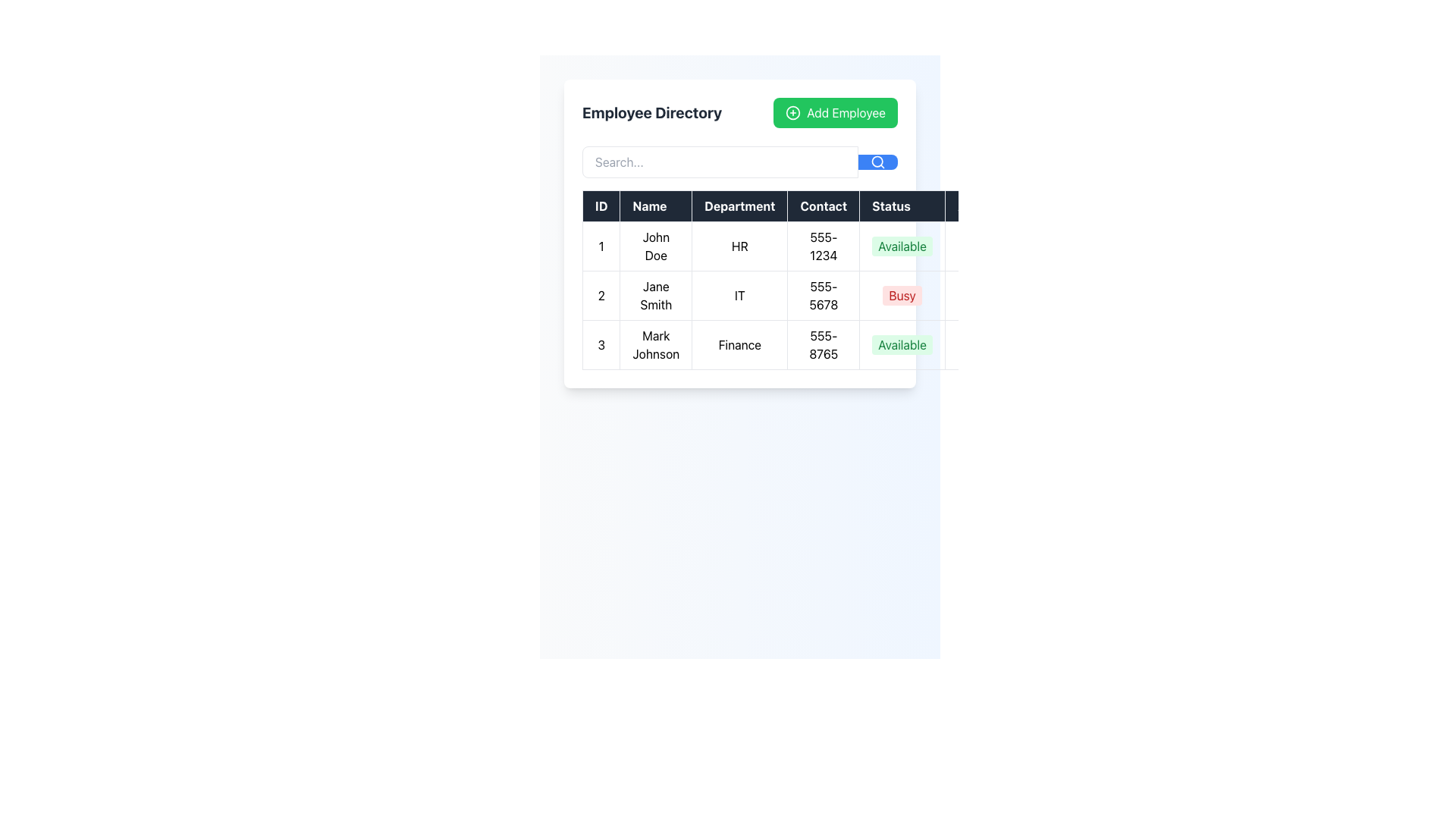 Image resolution: width=1456 pixels, height=819 pixels. What do you see at coordinates (656, 295) in the screenshot?
I see `the text field displaying 'Jane Smith' in the second row under the 'Name' column of the table, which is located between '2' and 'IT'` at bounding box center [656, 295].